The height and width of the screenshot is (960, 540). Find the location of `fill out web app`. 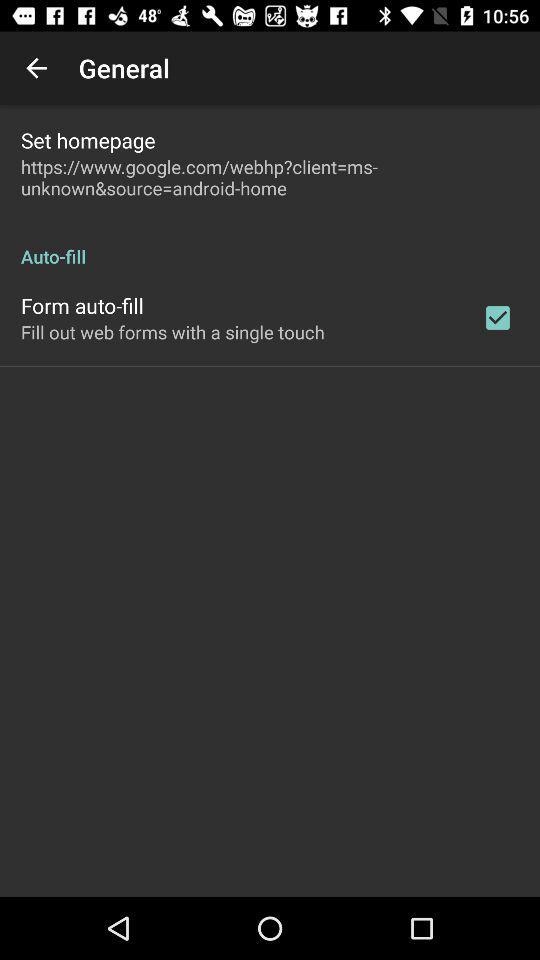

fill out web app is located at coordinates (172, 332).